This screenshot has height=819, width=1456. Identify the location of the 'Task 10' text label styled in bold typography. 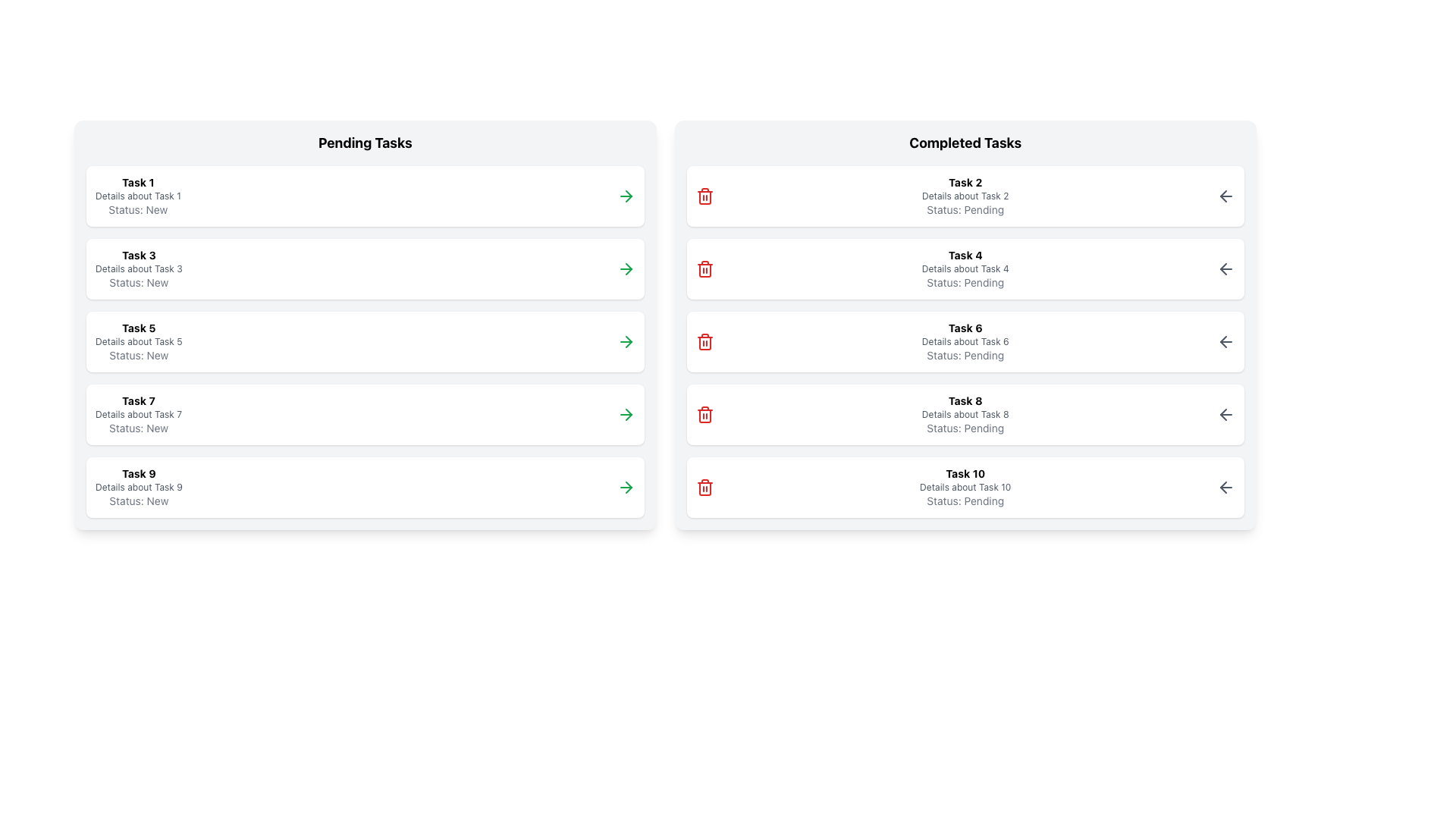
(965, 472).